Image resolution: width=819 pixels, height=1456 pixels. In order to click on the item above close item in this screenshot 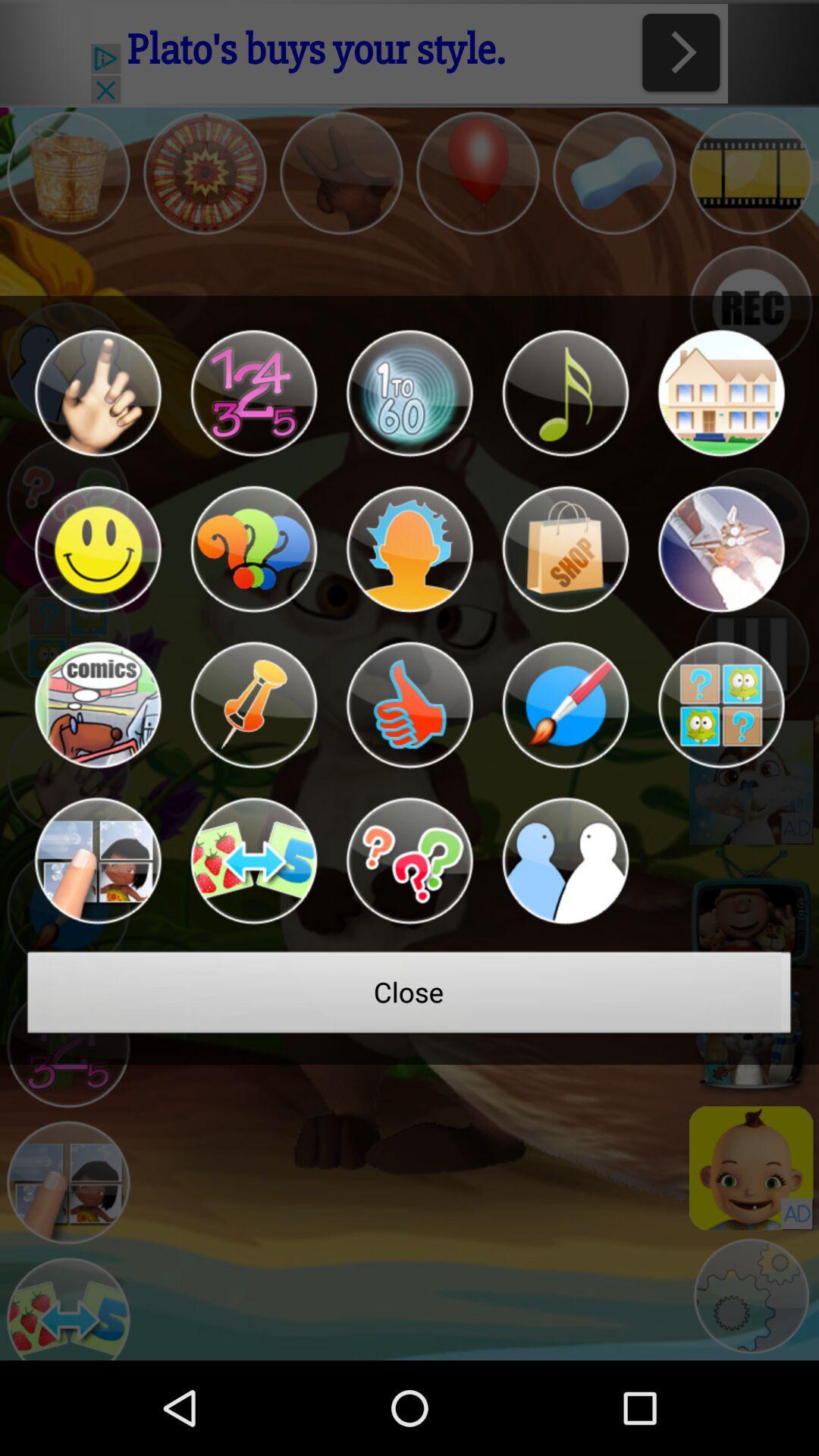, I will do `click(97, 861)`.